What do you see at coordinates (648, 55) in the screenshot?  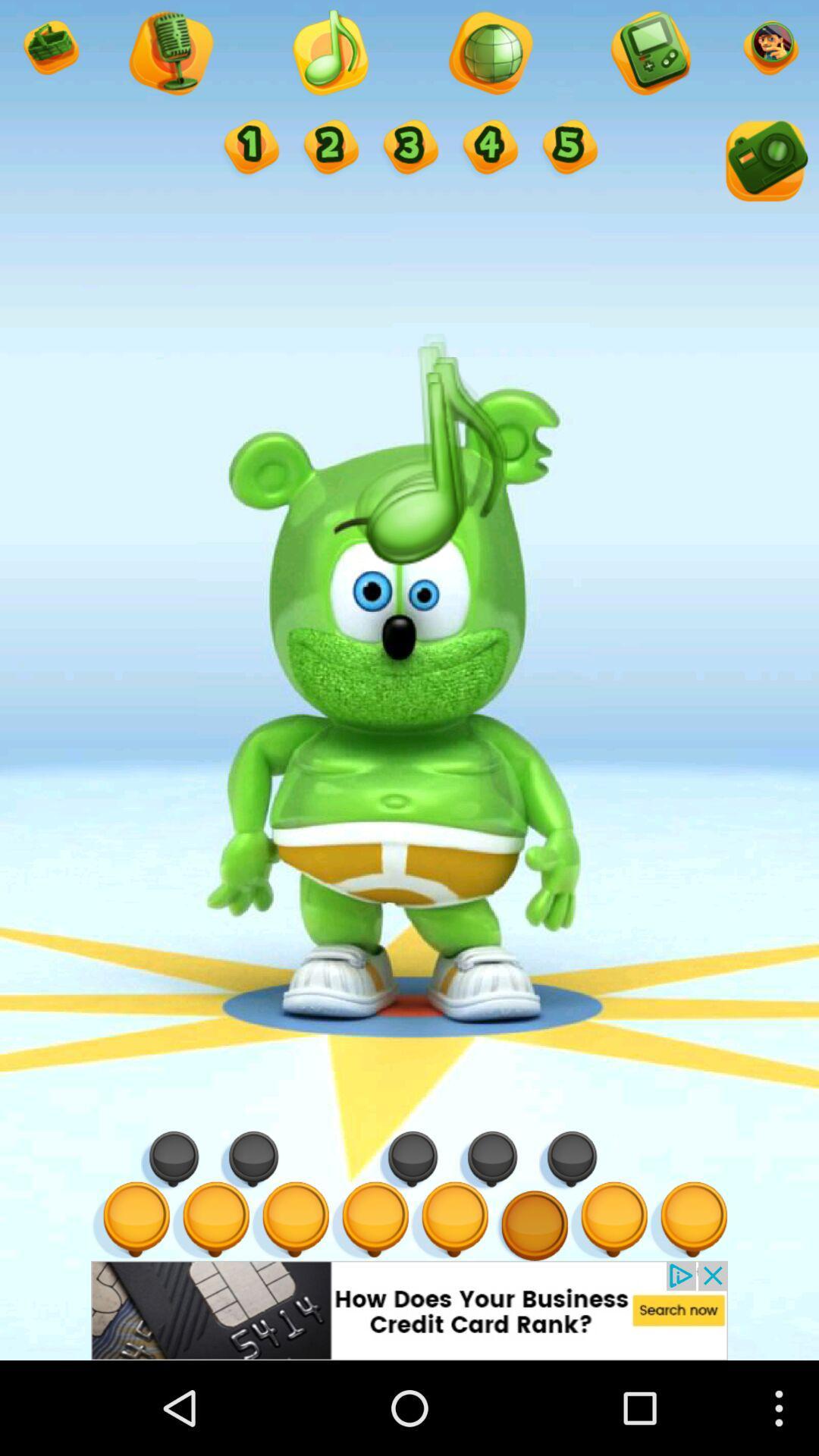 I see `contact in phone` at bounding box center [648, 55].